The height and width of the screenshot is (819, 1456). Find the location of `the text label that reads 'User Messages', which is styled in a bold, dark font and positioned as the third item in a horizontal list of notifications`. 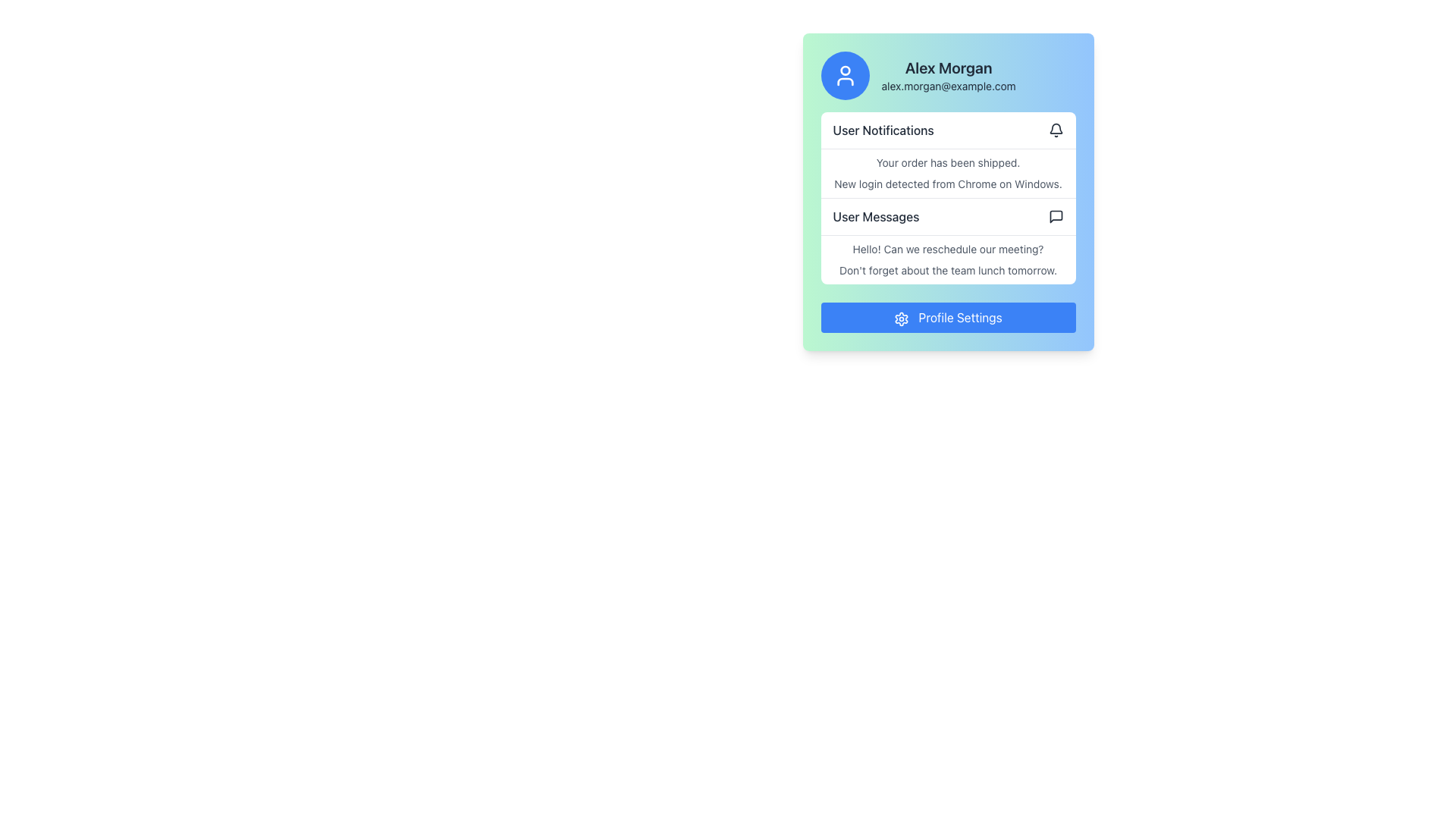

the text label that reads 'User Messages', which is styled in a bold, dark font and positioned as the third item in a horizontal list of notifications is located at coordinates (876, 216).